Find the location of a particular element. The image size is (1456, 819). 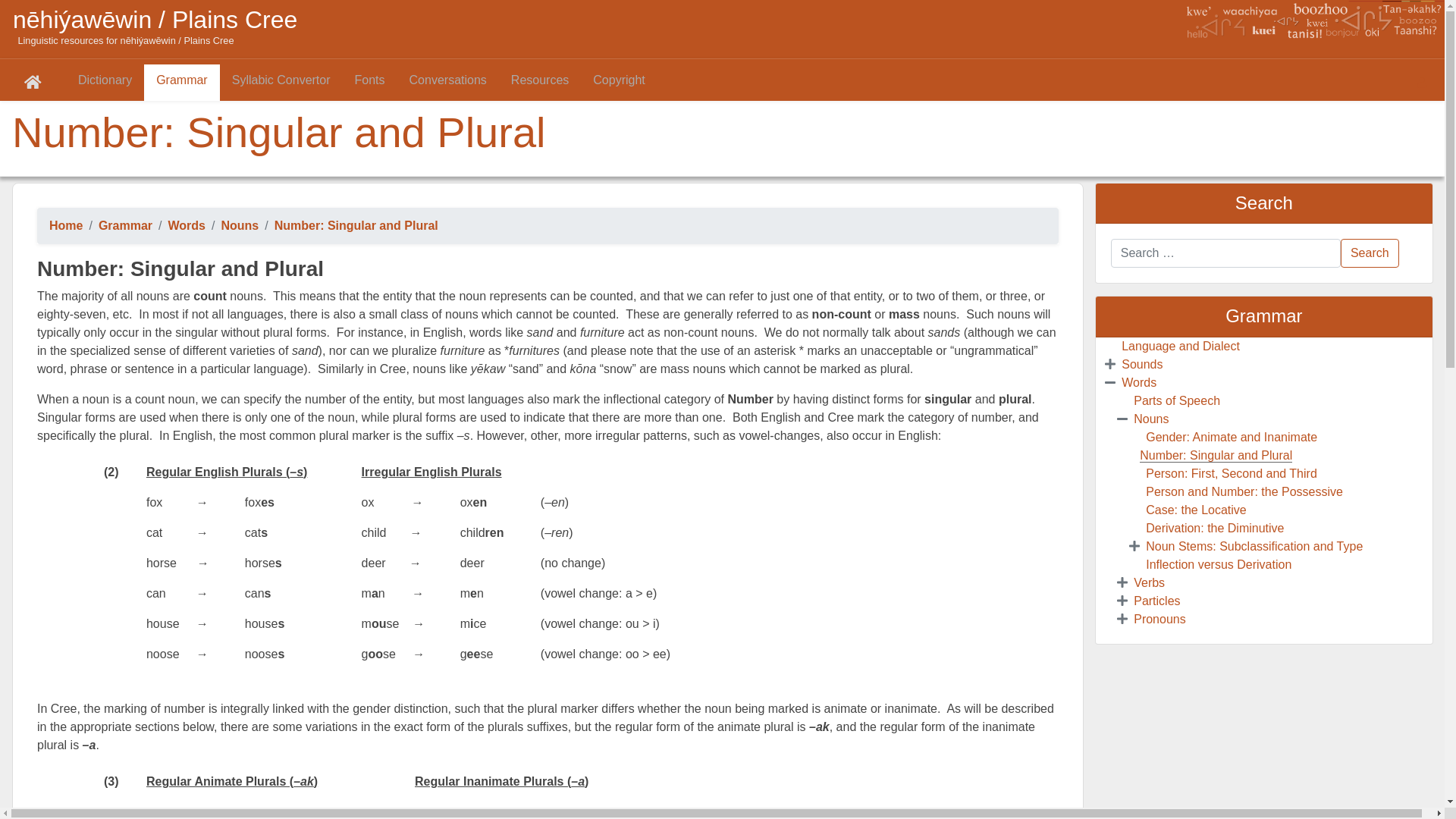

'Nouns' is located at coordinates (1150, 419).